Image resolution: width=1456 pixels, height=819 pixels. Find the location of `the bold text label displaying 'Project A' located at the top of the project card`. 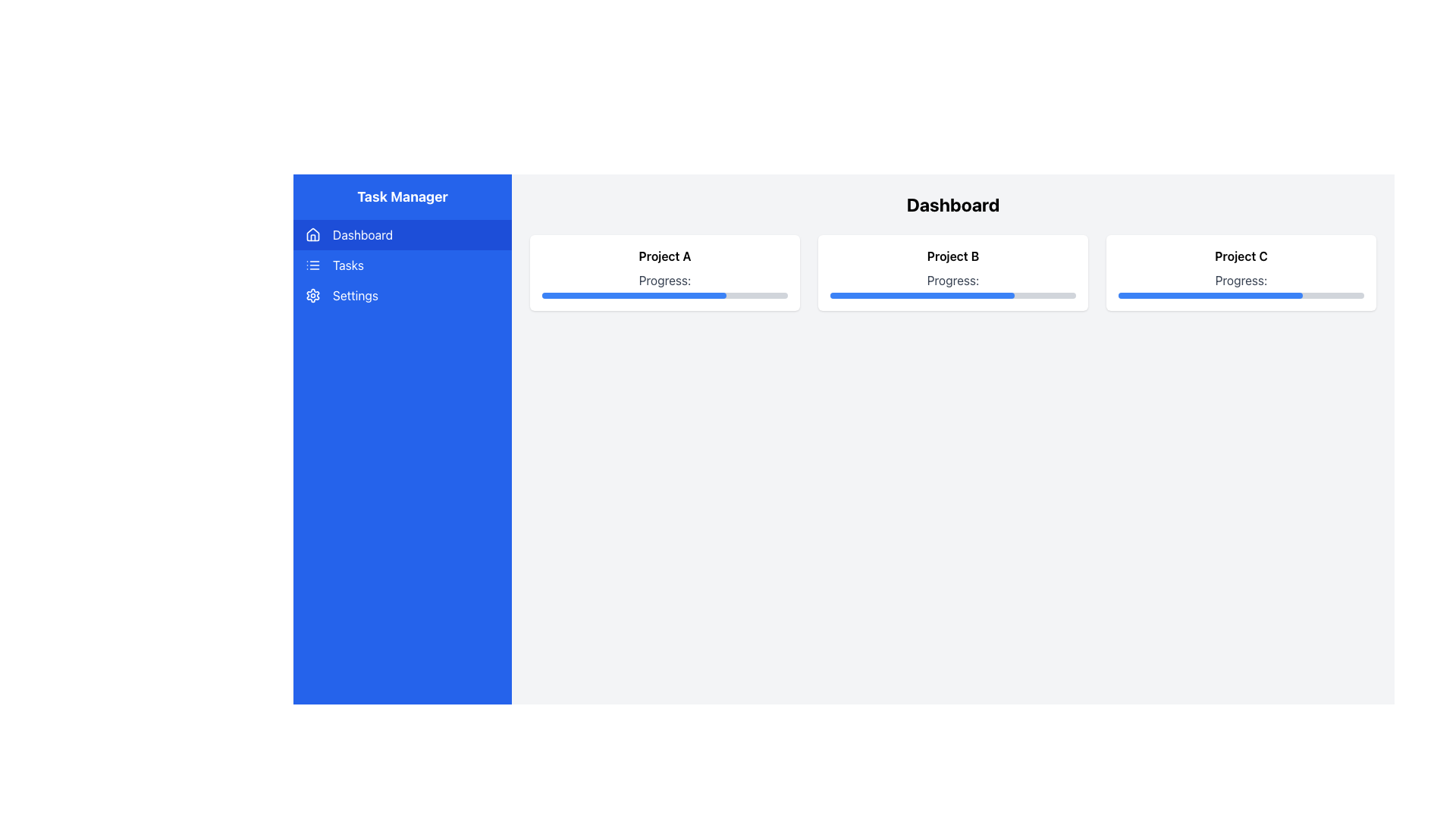

the bold text label displaying 'Project A' located at the top of the project card is located at coordinates (665, 256).